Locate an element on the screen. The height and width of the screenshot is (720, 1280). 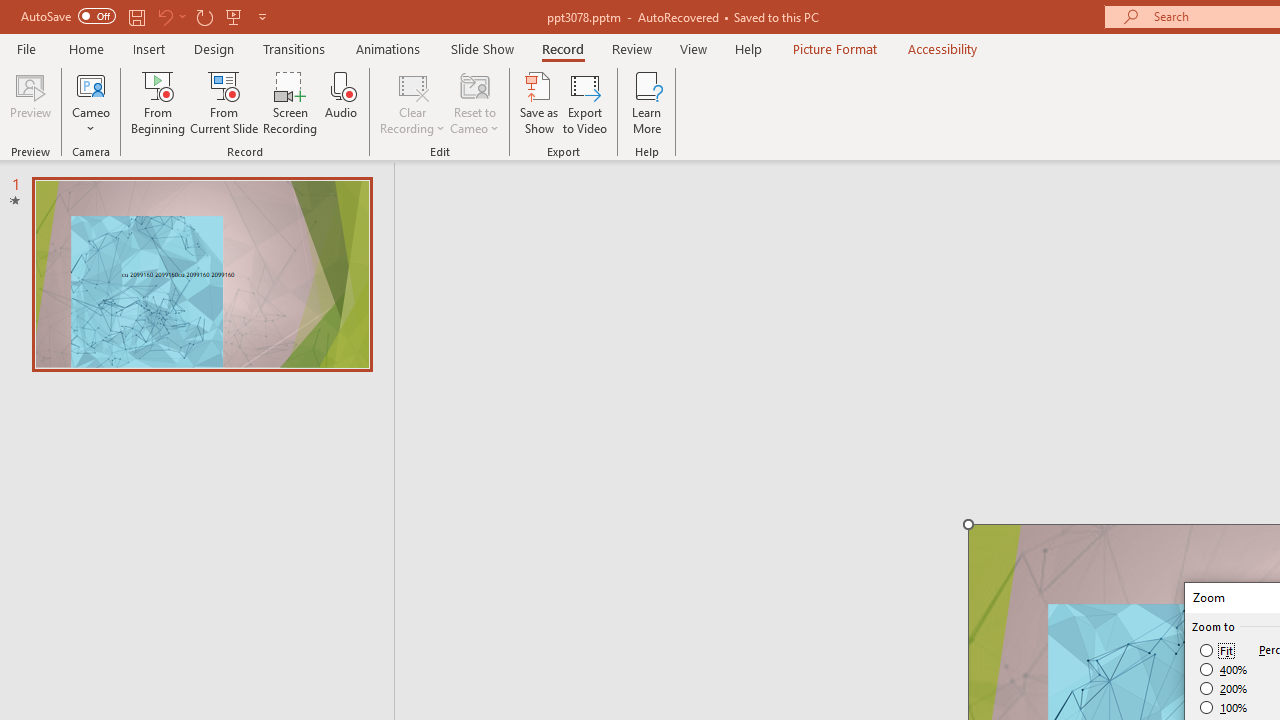
'From Current Slide...' is located at coordinates (224, 103).